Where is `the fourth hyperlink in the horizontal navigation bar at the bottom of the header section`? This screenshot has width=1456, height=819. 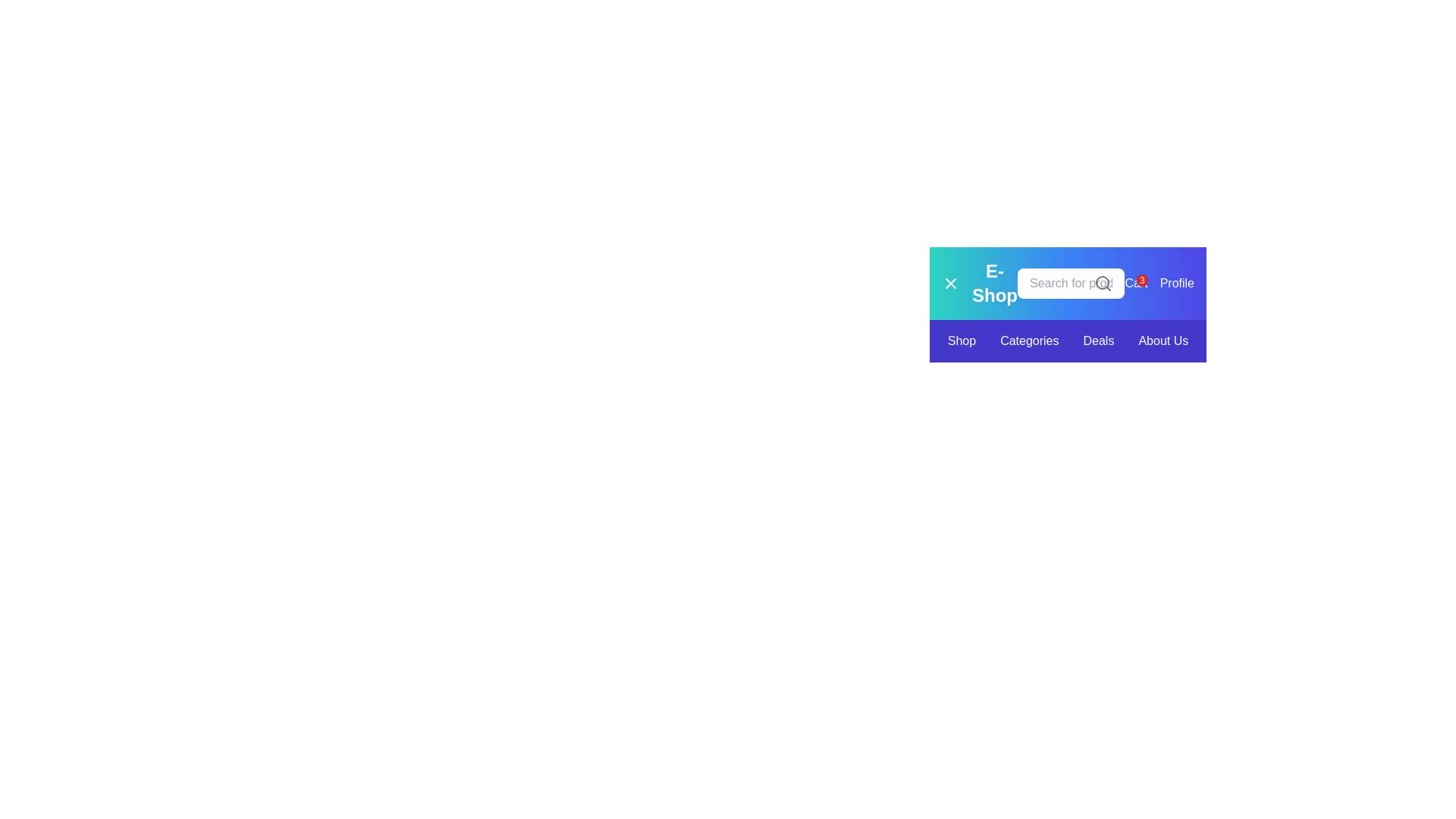
the fourth hyperlink in the horizontal navigation bar at the bottom of the header section is located at coordinates (1163, 341).